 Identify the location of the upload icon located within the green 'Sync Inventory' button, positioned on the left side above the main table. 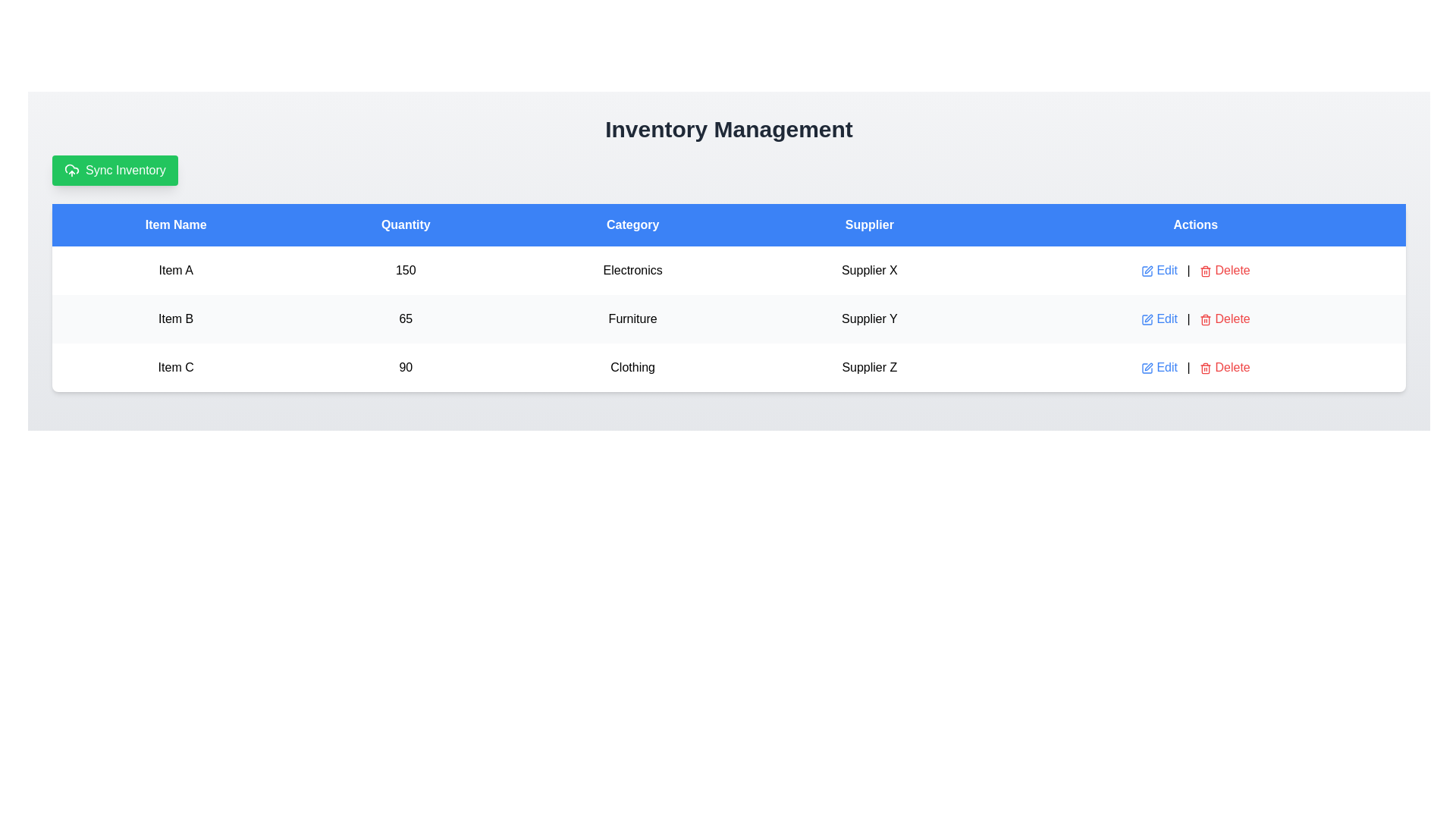
(71, 170).